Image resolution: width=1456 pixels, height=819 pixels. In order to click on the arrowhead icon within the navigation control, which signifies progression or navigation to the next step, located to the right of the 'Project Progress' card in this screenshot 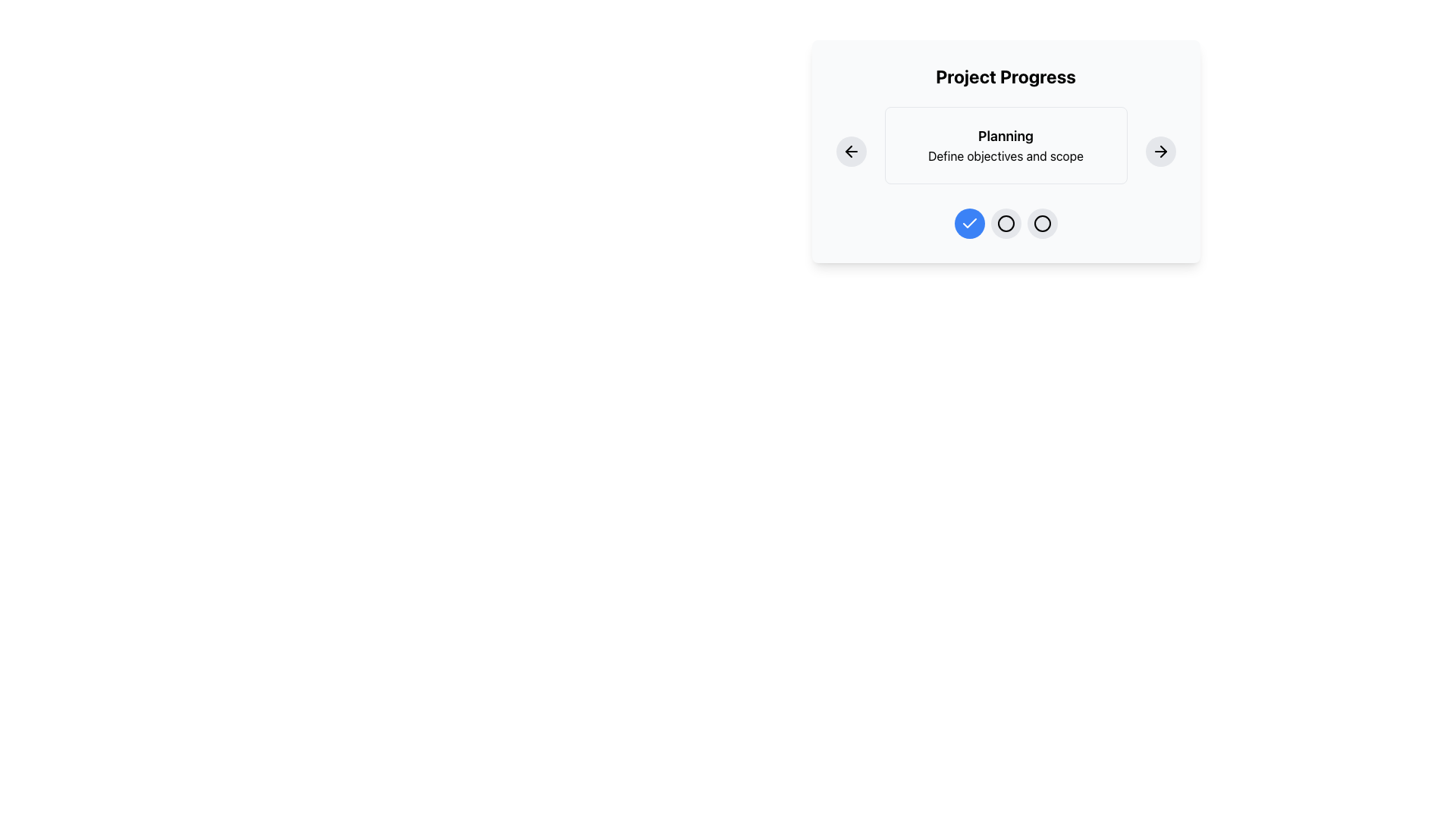, I will do `click(1163, 152)`.